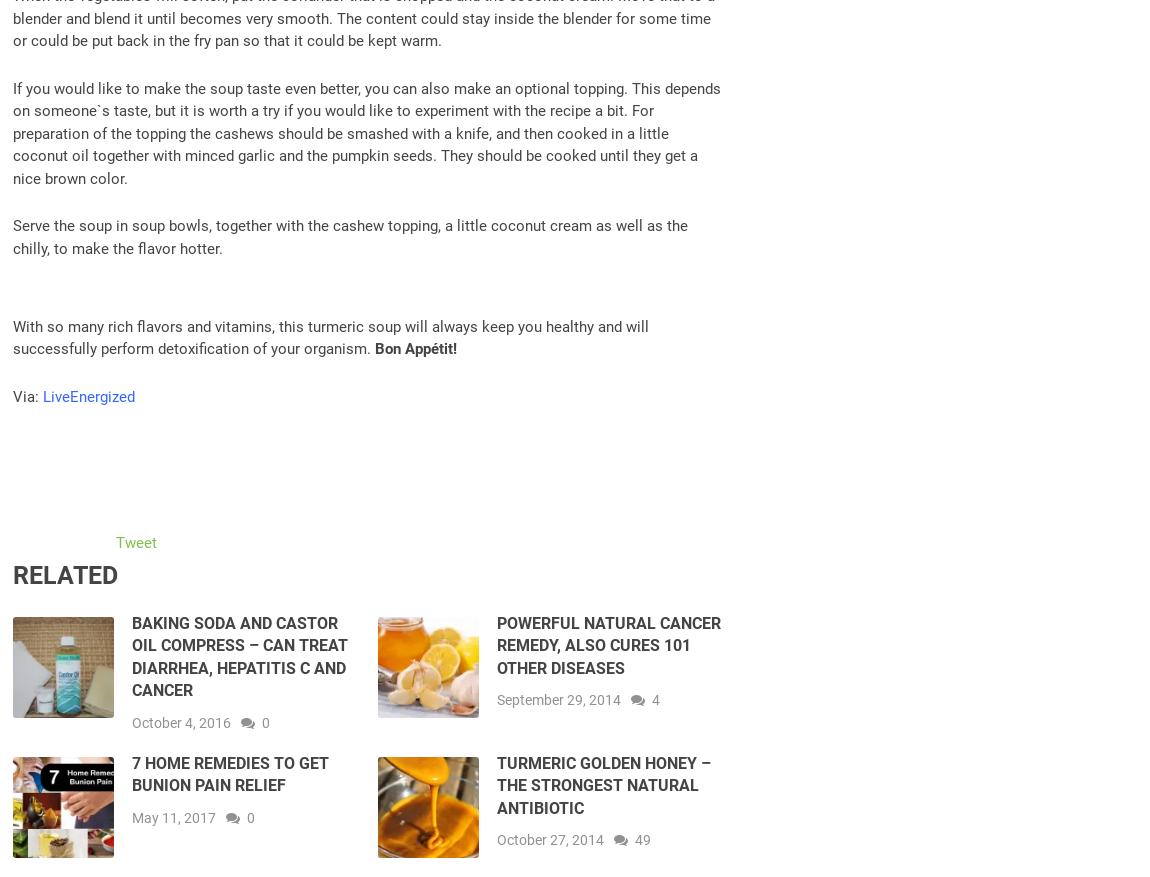 This screenshot has width=1150, height=877. Describe the element at coordinates (88, 394) in the screenshot. I see `'LiveEnergized'` at that location.